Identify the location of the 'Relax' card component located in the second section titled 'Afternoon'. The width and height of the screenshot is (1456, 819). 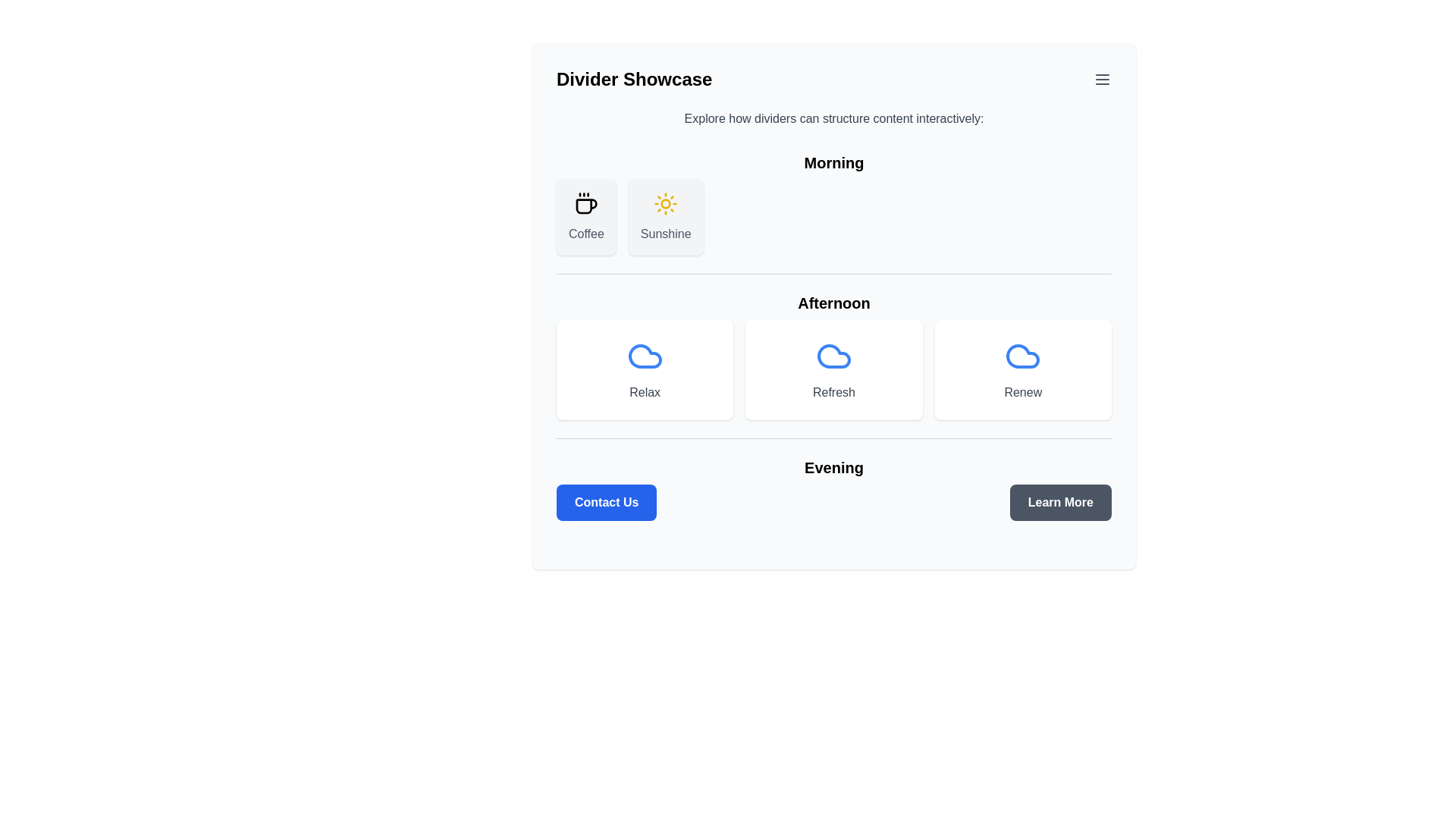
(645, 370).